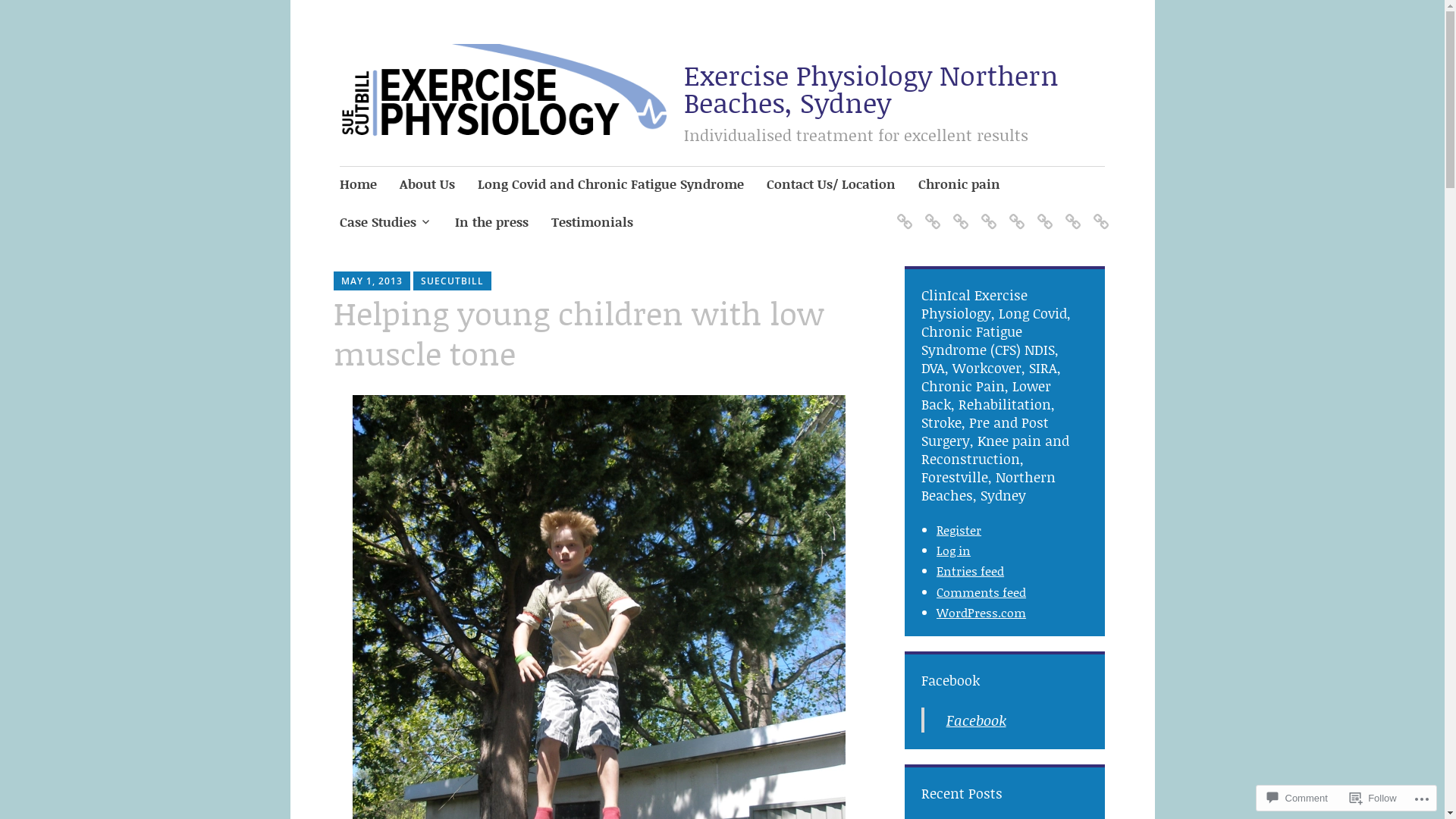 Image resolution: width=1456 pixels, height=819 pixels. What do you see at coordinates (451, 281) in the screenshot?
I see `'SUECUTBILL'` at bounding box center [451, 281].